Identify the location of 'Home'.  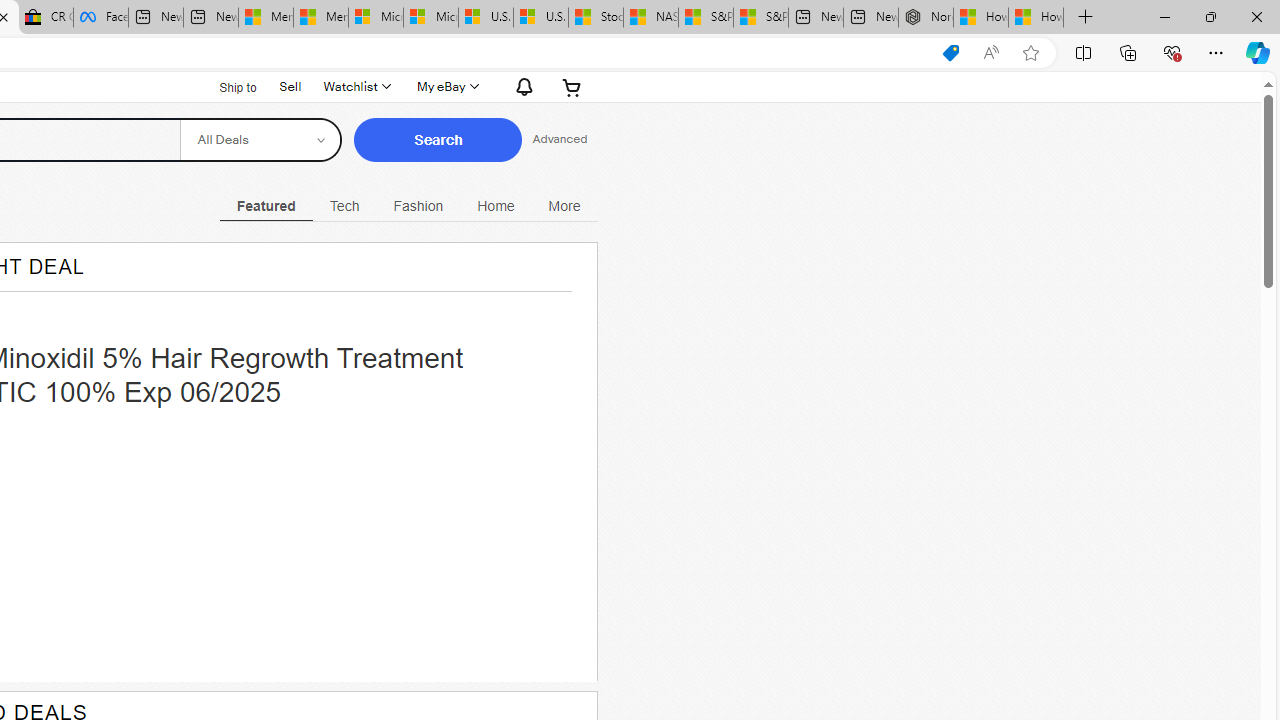
(496, 205).